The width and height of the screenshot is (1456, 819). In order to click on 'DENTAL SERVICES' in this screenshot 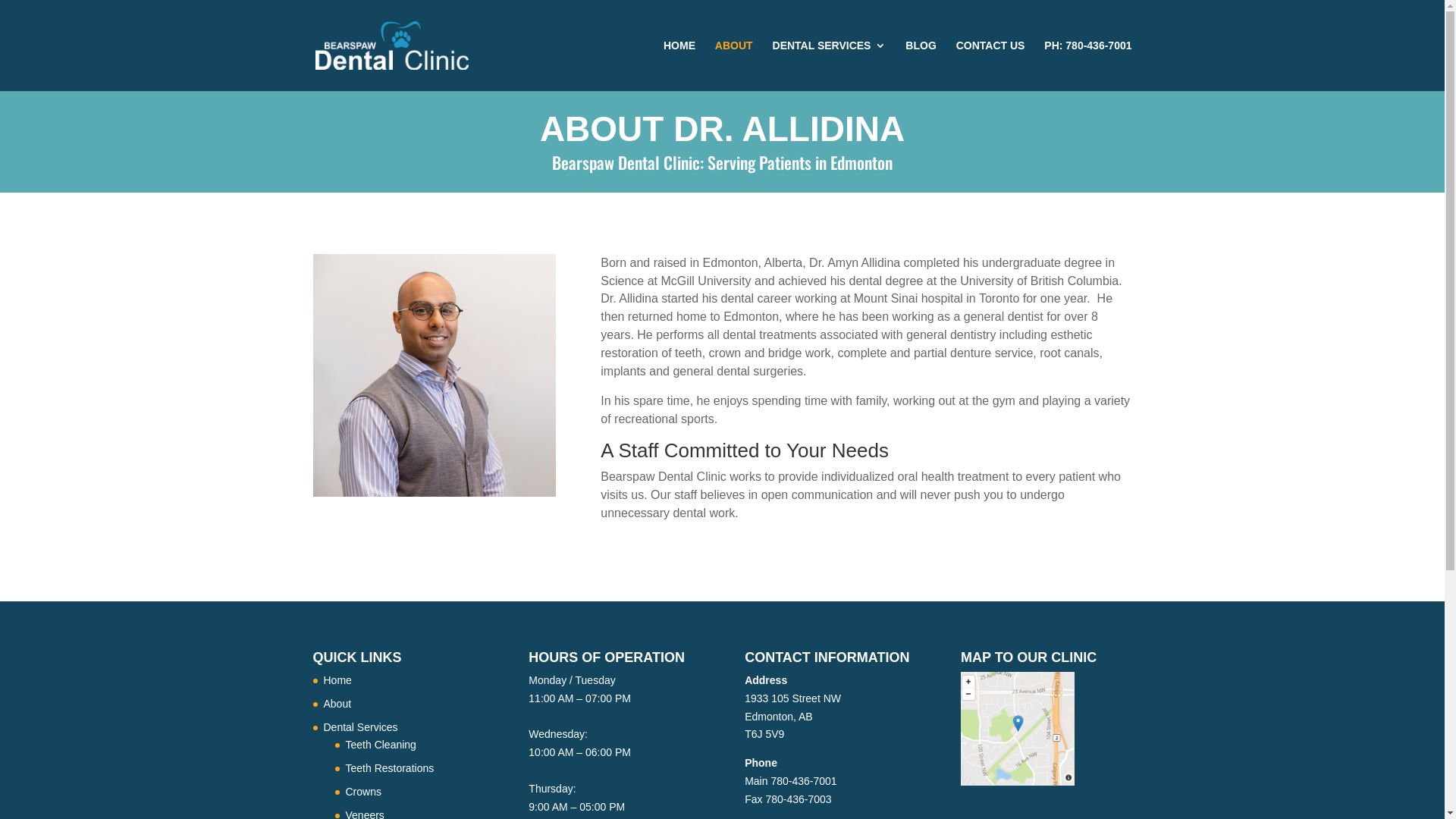, I will do `click(772, 64)`.